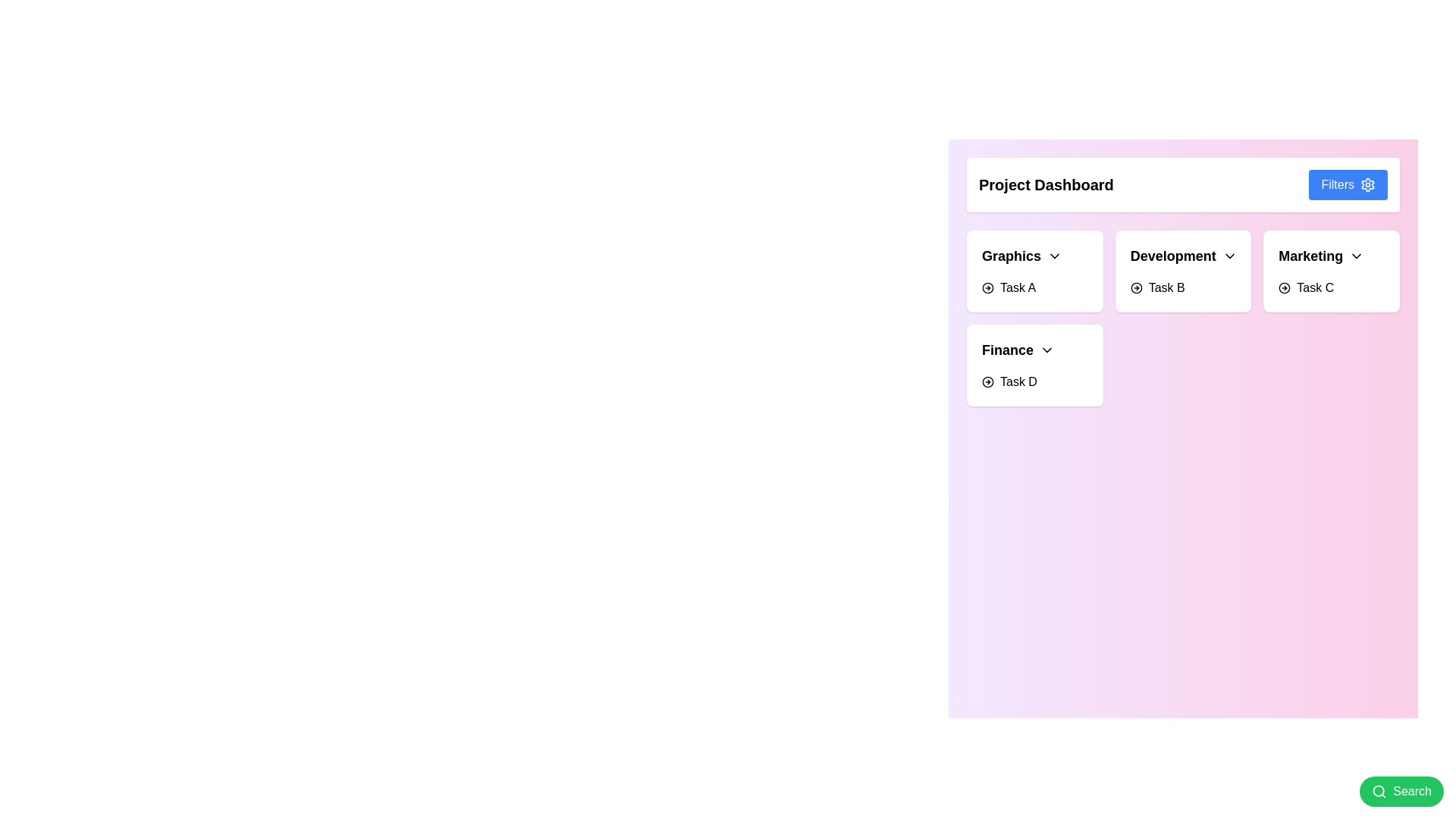 The image size is (1456, 819). What do you see at coordinates (1411, 791) in the screenshot?
I see `the text label within the search button located in the bottom-right corner of the interface to verbally indicate its presence` at bounding box center [1411, 791].